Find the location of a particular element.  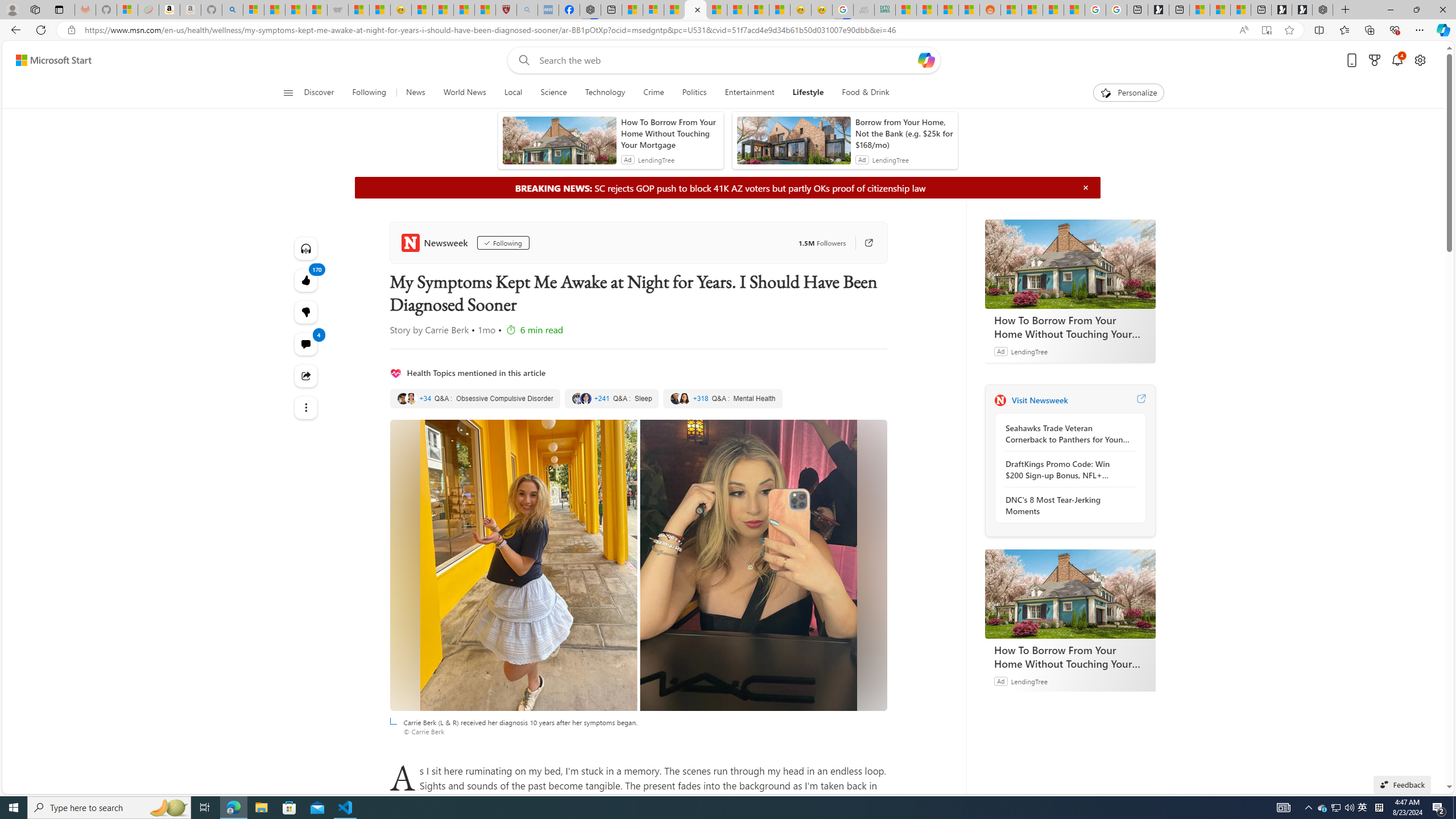

'Hide' is located at coordinates (1085, 187).